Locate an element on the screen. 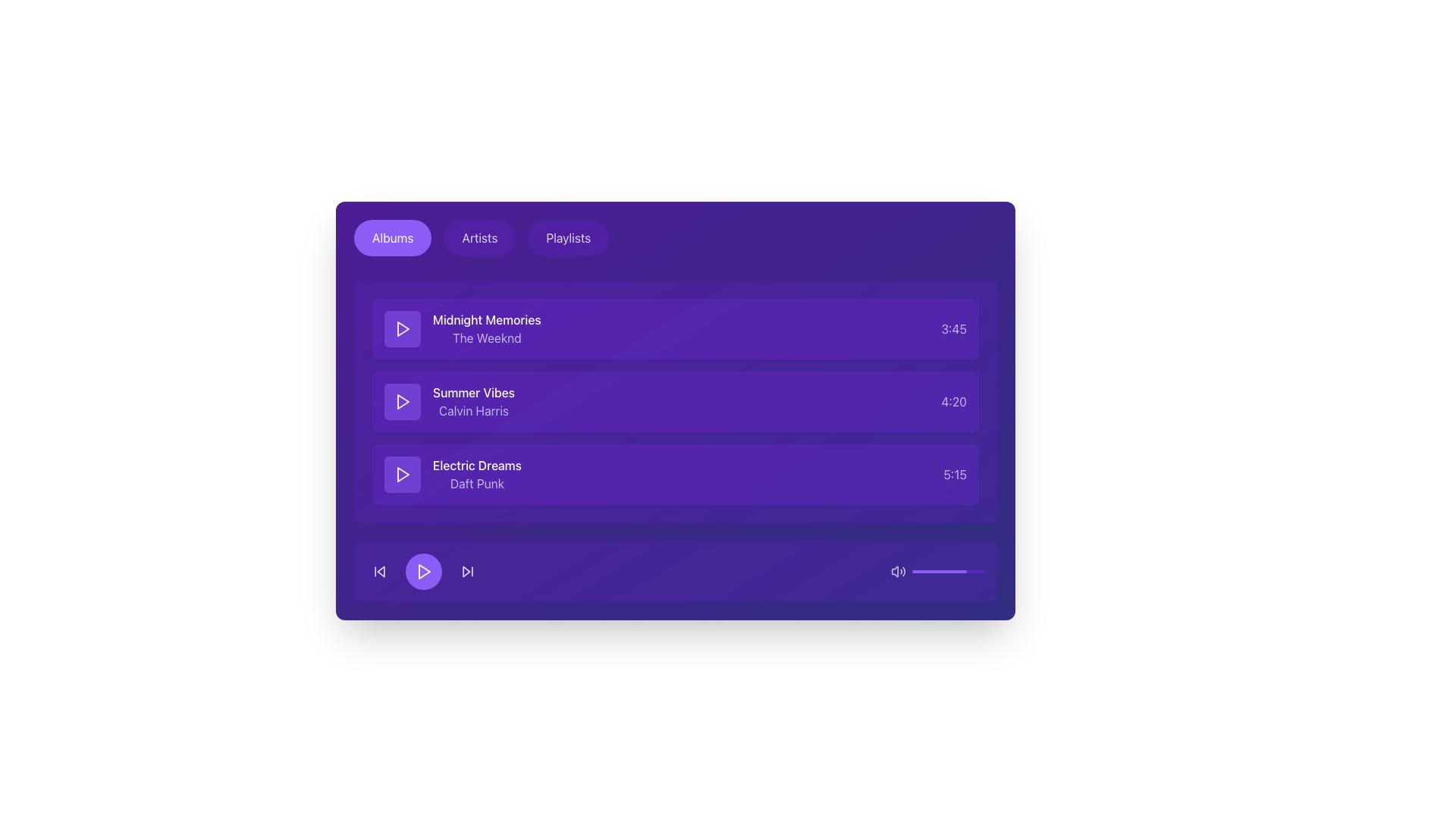 The width and height of the screenshot is (1456, 819). the play button located in the top-left corner of the music track list, adjacent to the text 'Midnight Memories by The Weeknd' is located at coordinates (403, 328).